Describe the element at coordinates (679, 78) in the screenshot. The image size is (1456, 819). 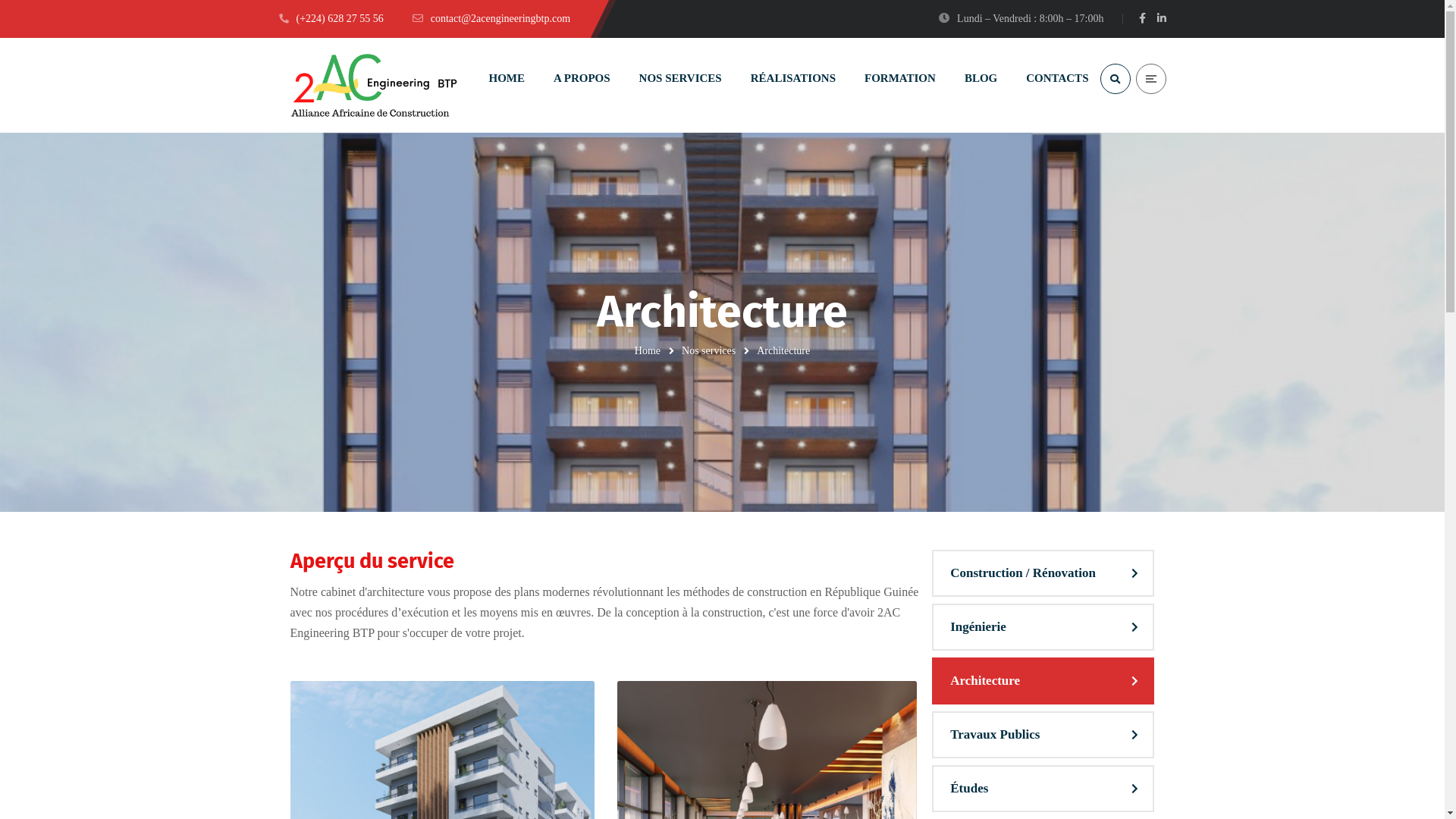
I see `'NOS SERVICES'` at that location.